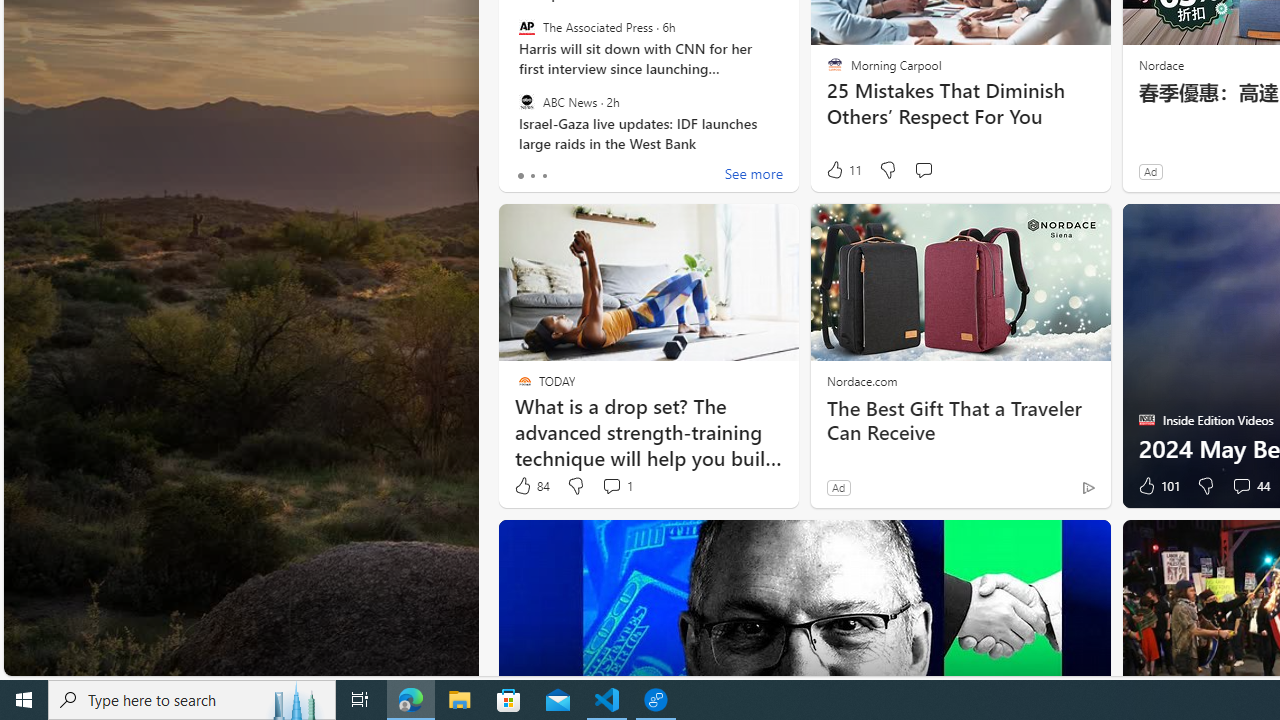 The height and width of the screenshot is (720, 1280). What do you see at coordinates (532, 175) in the screenshot?
I see `'tab-1'` at bounding box center [532, 175].